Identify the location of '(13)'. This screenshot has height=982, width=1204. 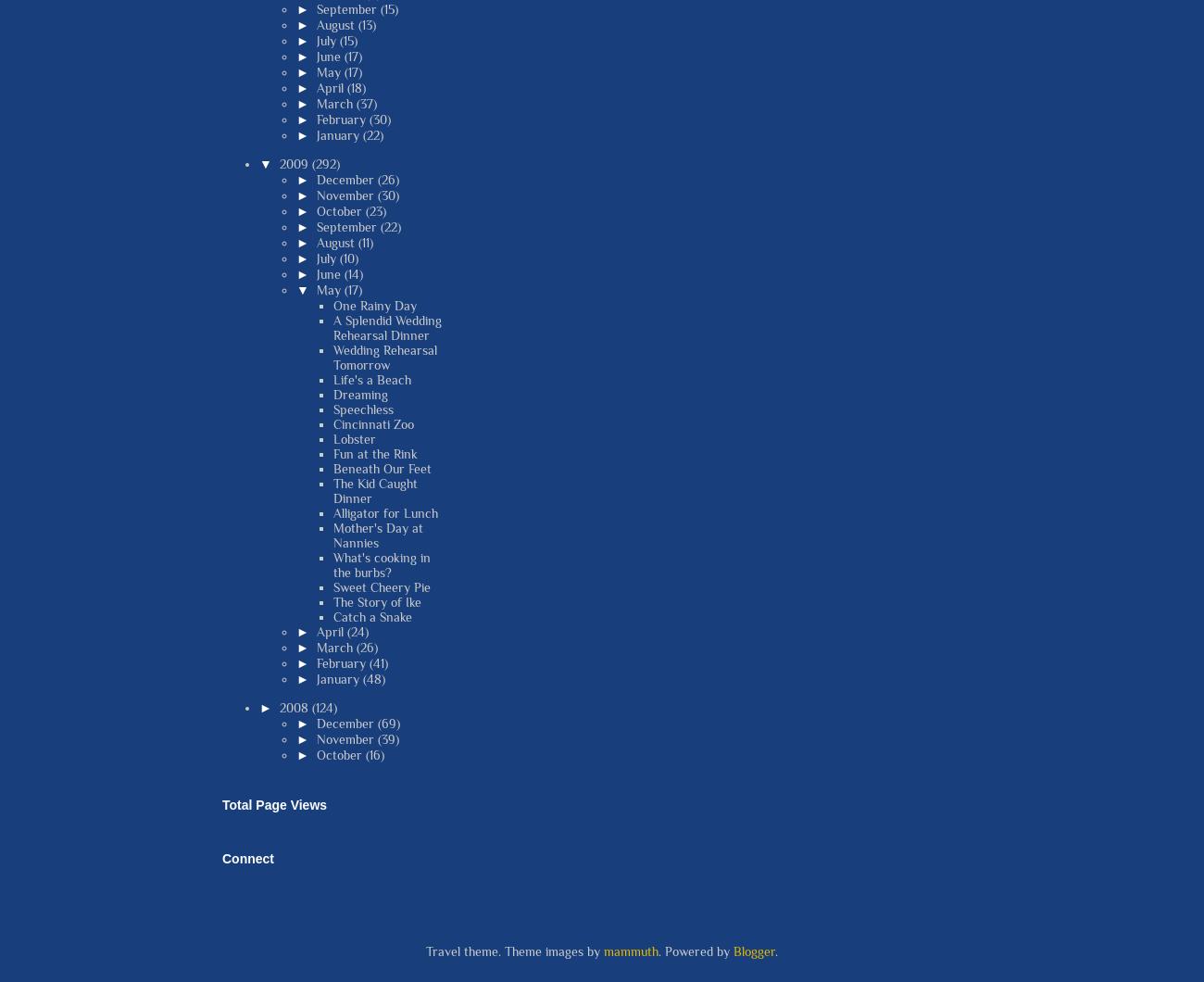
(357, 23).